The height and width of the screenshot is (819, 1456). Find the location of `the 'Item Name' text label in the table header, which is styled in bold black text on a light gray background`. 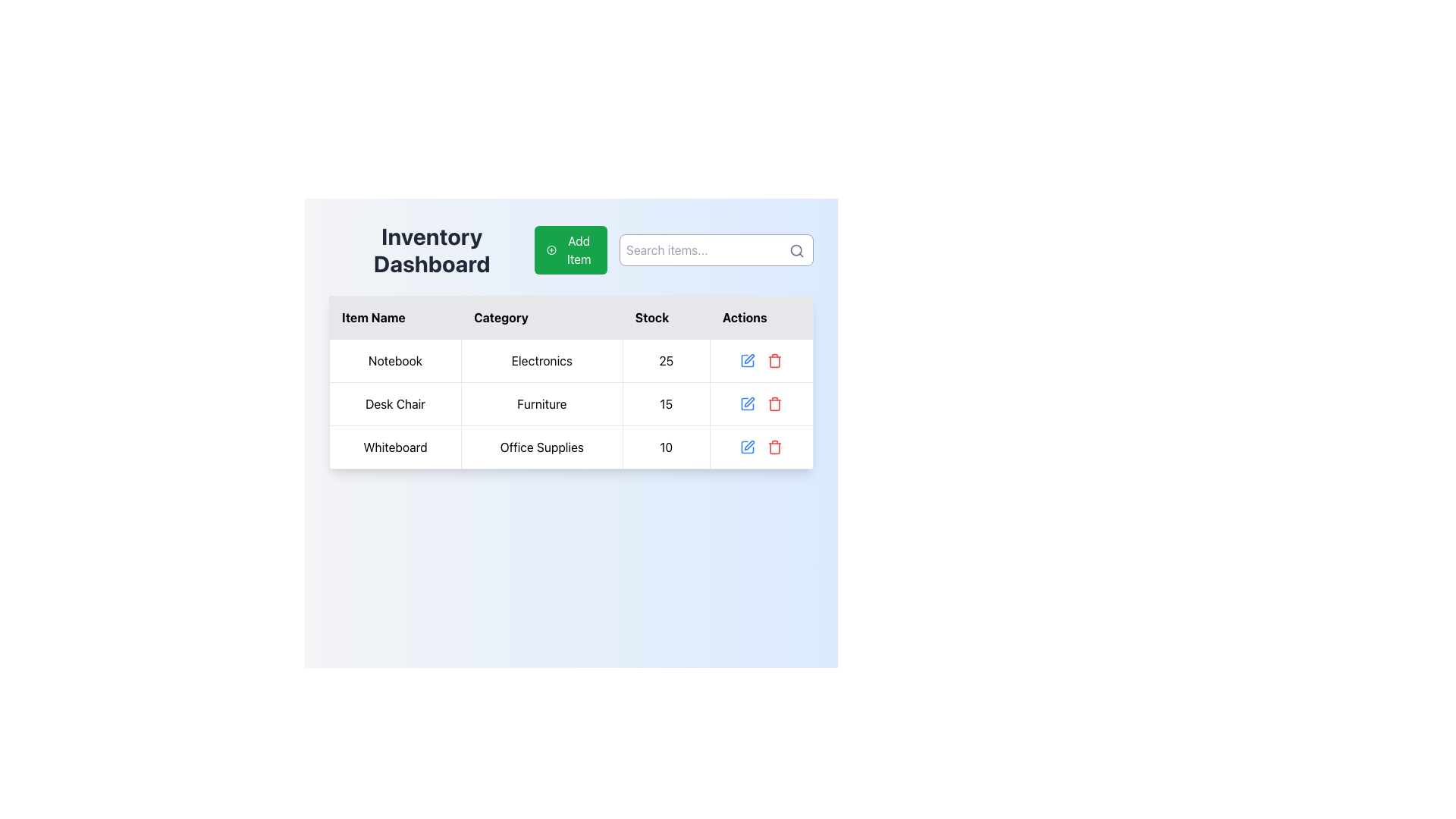

the 'Item Name' text label in the table header, which is styled in bold black text on a light gray background is located at coordinates (395, 317).